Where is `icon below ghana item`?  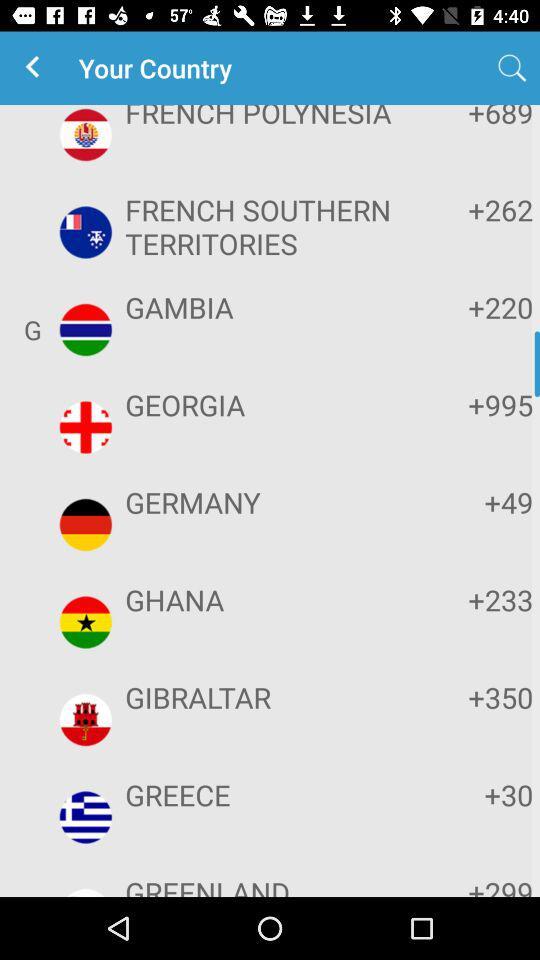
icon below ghana item is located at coordinates (267, 697).